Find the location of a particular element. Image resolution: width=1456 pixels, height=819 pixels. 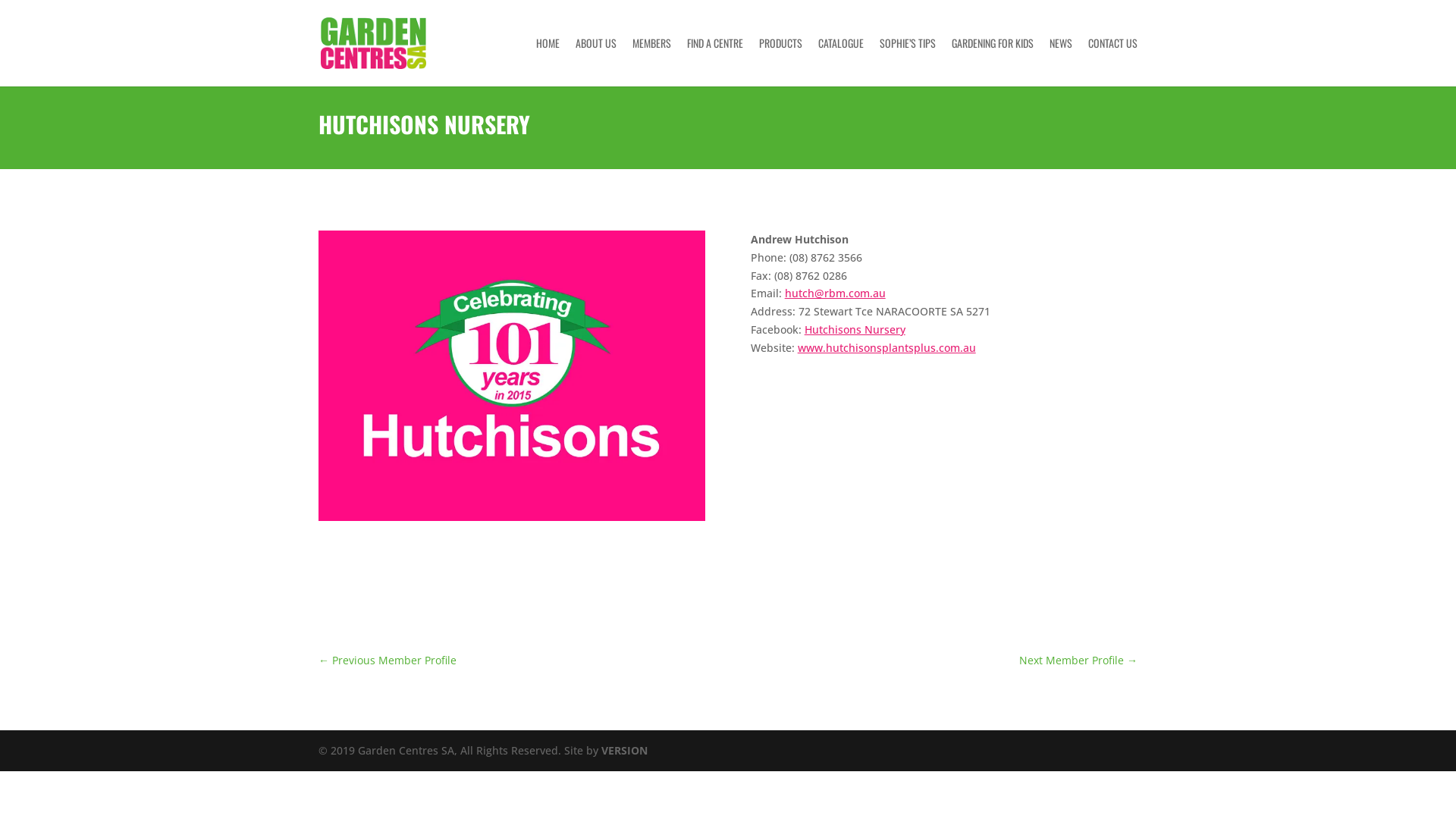

'NEWS' is located at coordinates (1048, 61).